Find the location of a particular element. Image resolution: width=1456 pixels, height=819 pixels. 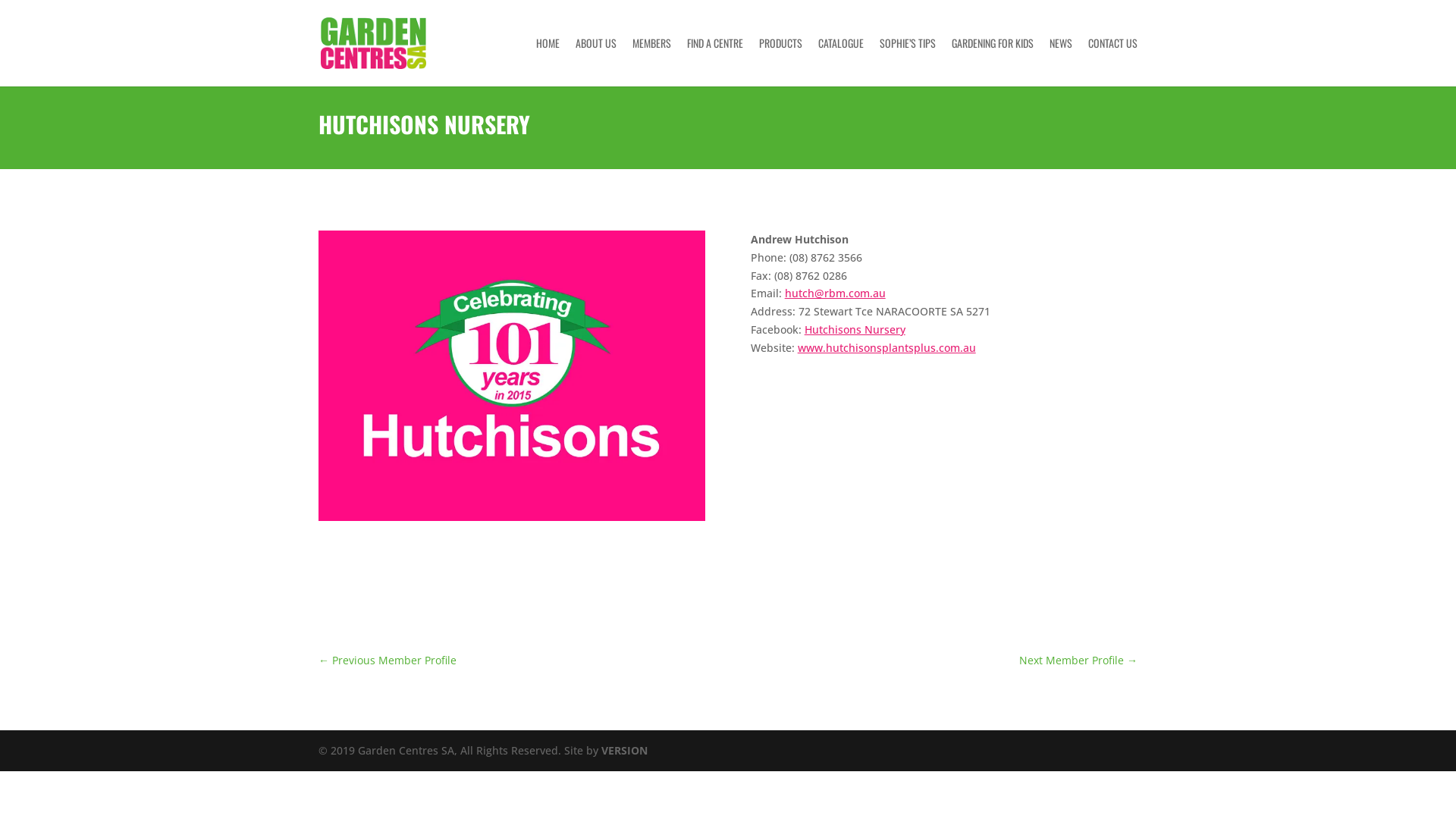

'NEWS' is located at coordinates (1048, 61).